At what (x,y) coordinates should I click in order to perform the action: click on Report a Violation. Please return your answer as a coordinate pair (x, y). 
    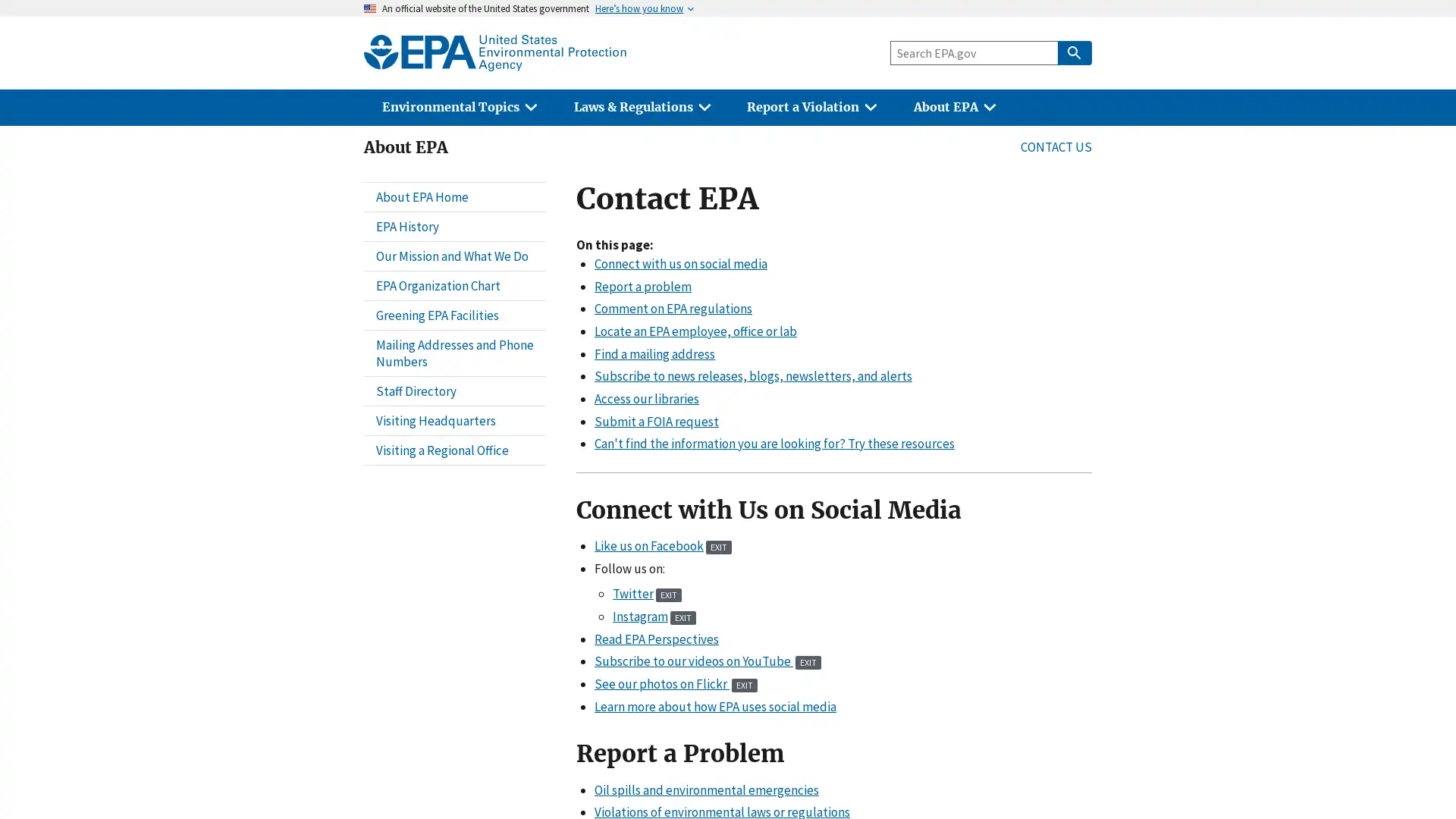
    Looking at the image, I should click on (811, 107).